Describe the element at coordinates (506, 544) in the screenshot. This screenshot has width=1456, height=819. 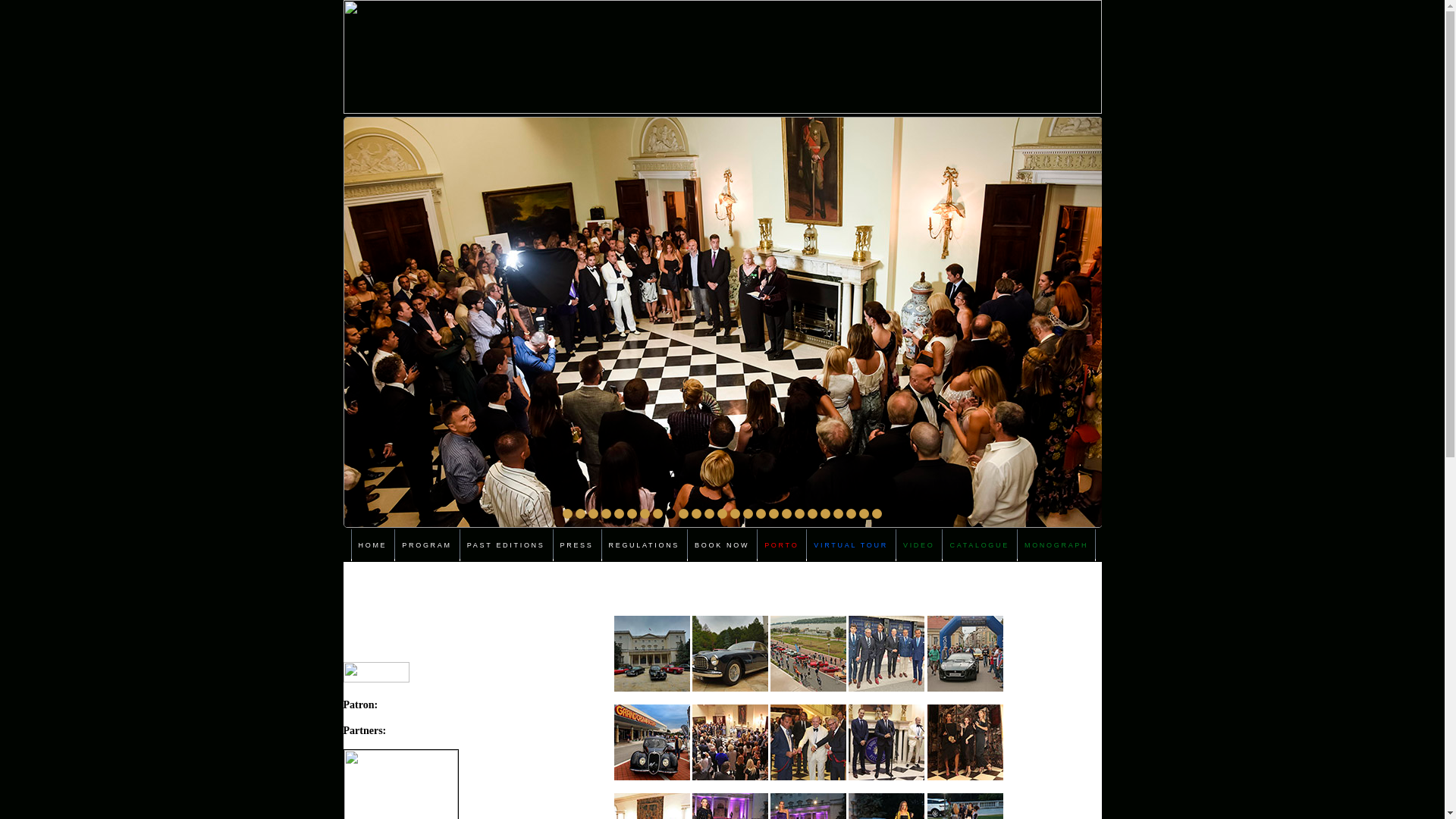
I see `'PAST EDITIONS'` at that location.